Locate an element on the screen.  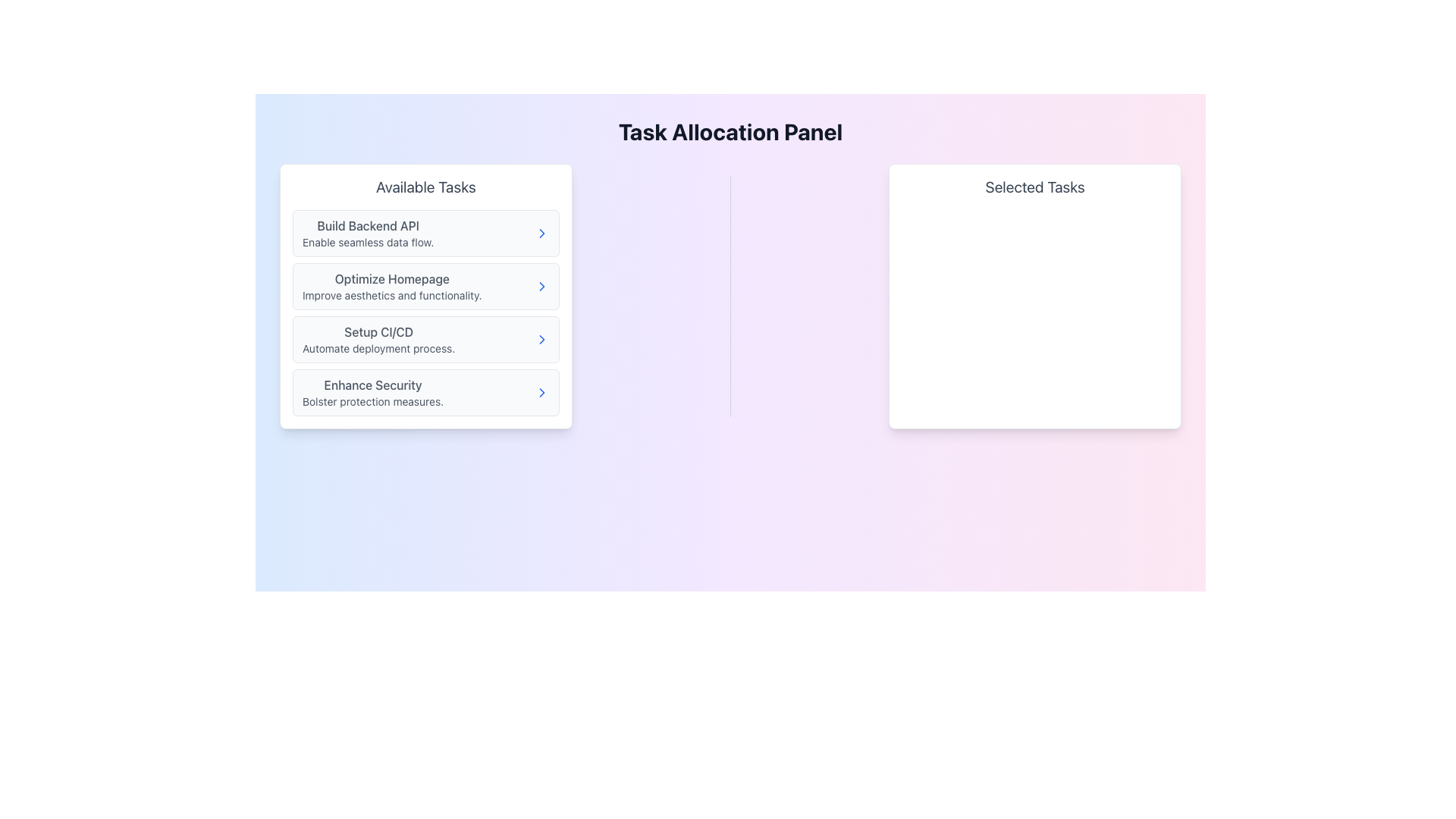
the header text display titled 'Selected Tasks', which indicates the content pertains to selected tasks and is located on the right side under the 'Task Allocation Panel' is located at coordinates (1034, 186).